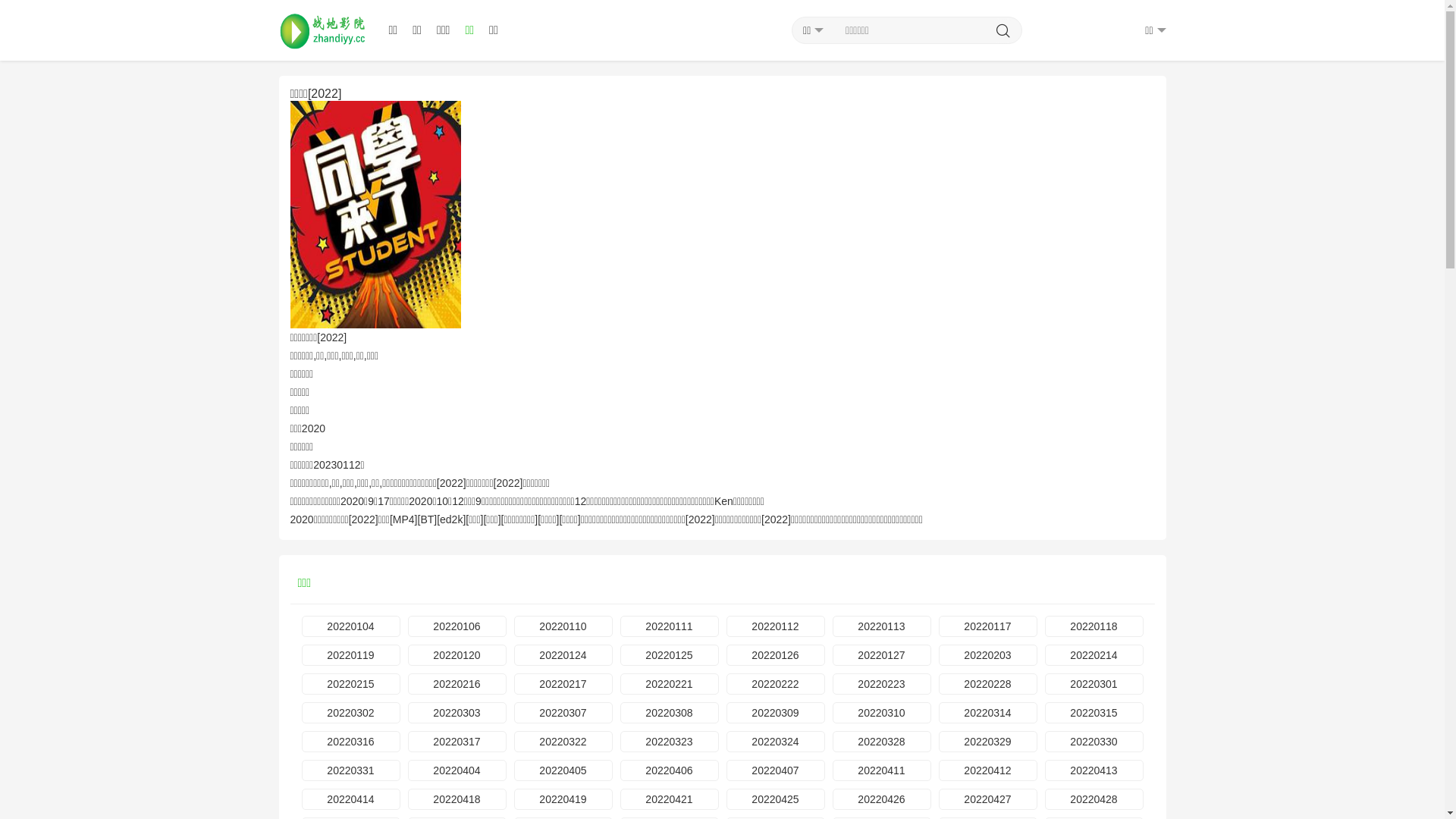 The image size is (1456, 819). I want to click on '20220331', so click(350, 770).